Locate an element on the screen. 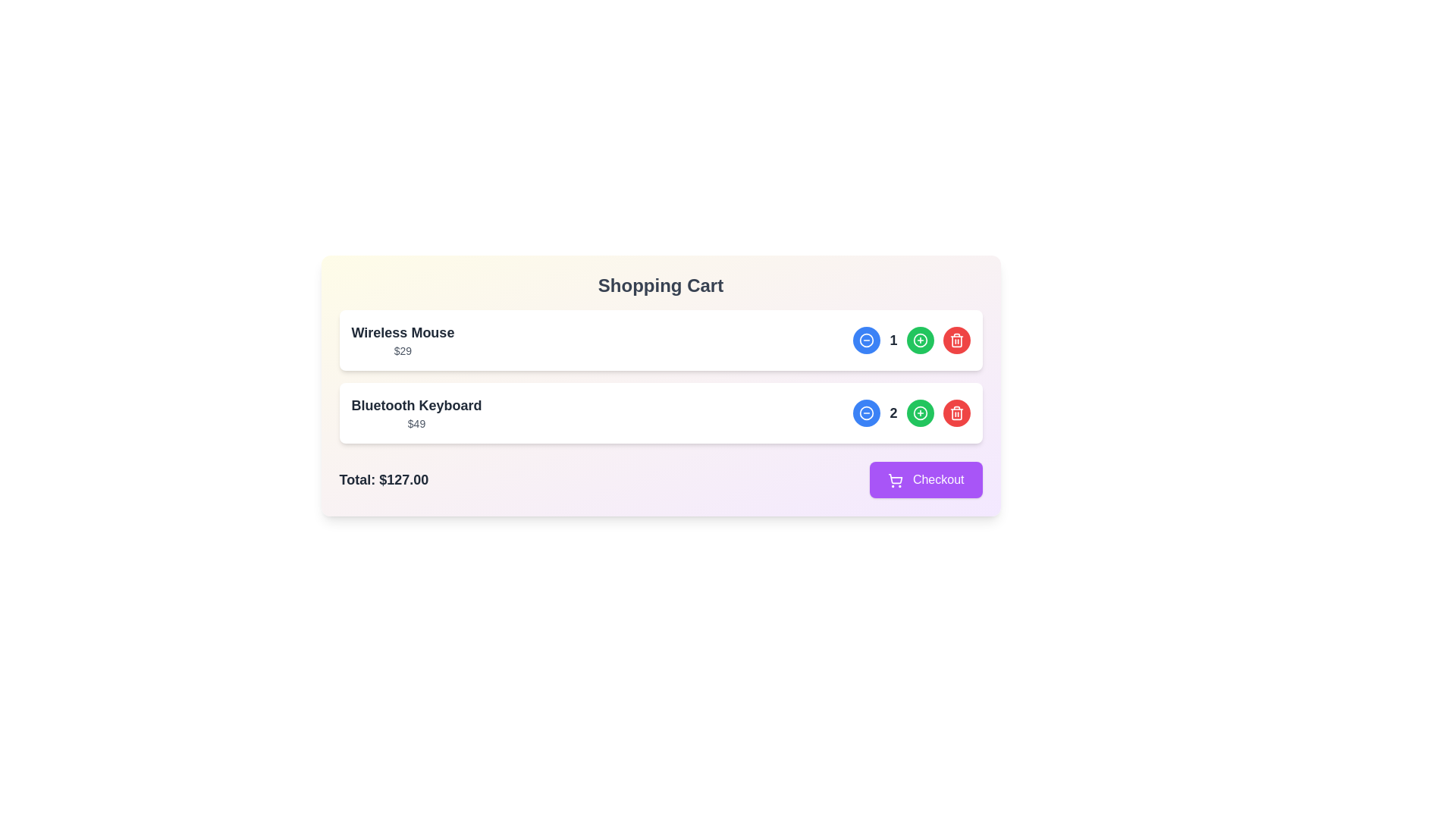  the text display indicating the quantity of the 'Bluetooth Keyboard' is located at coordinates (893, 413).